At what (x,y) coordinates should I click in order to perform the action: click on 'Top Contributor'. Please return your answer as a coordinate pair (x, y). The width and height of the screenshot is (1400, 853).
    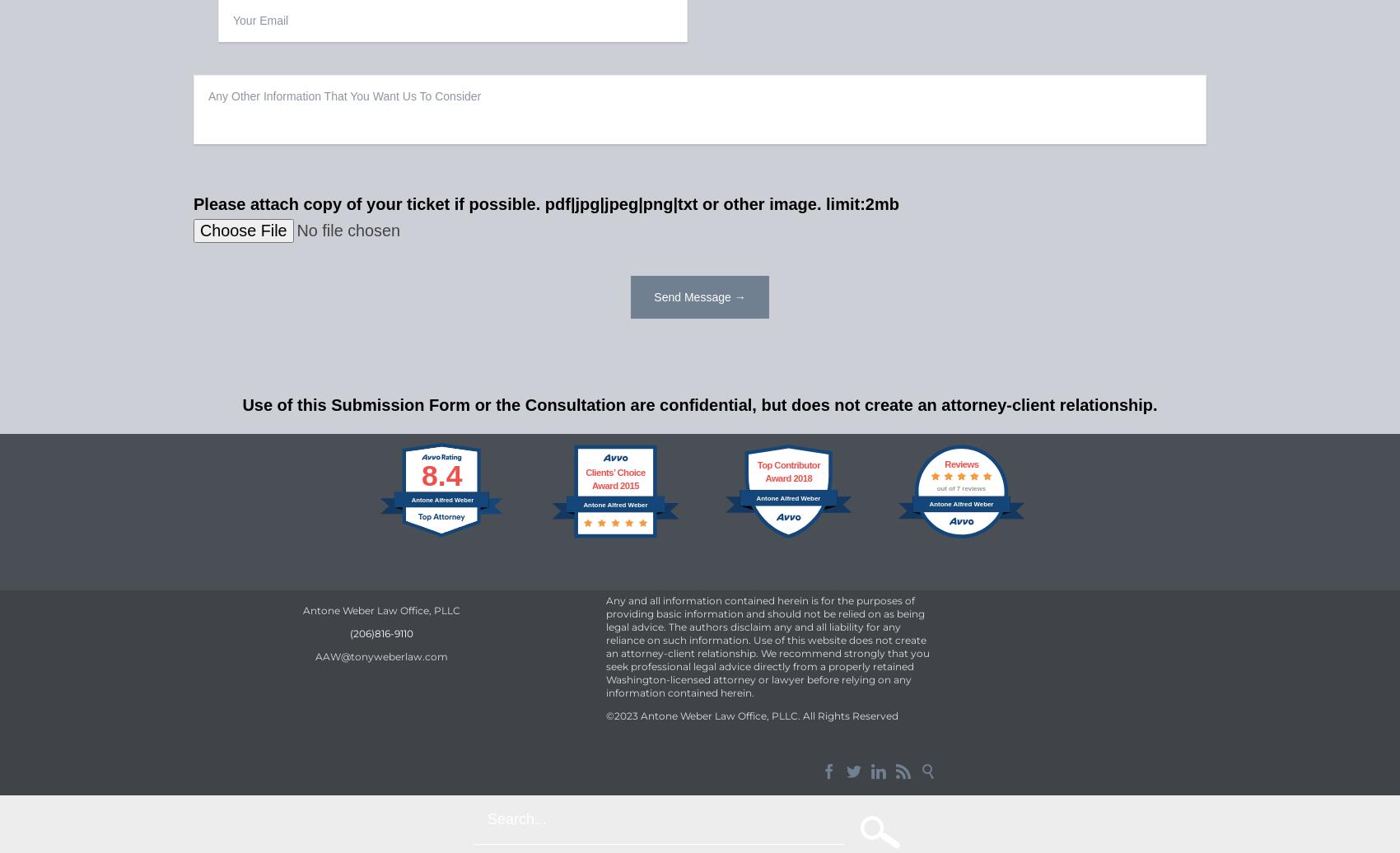
    Looking at the image, I should click on (787, 465).